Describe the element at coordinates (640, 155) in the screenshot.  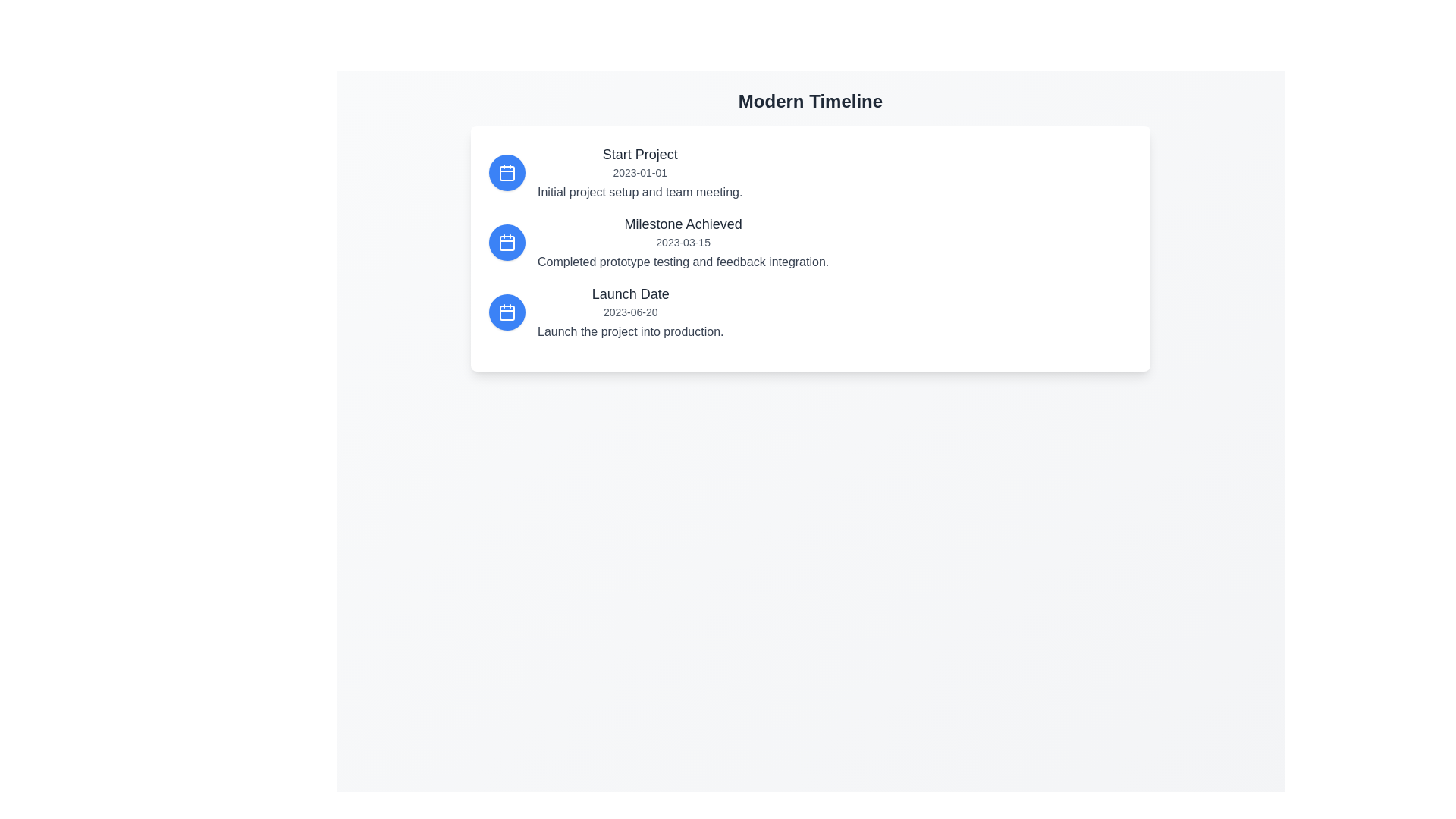
I see `text label indicating the topic of the first timeline entry under the 'Modern Timeline' header, located to the right of a blue calendar icon` at that location.